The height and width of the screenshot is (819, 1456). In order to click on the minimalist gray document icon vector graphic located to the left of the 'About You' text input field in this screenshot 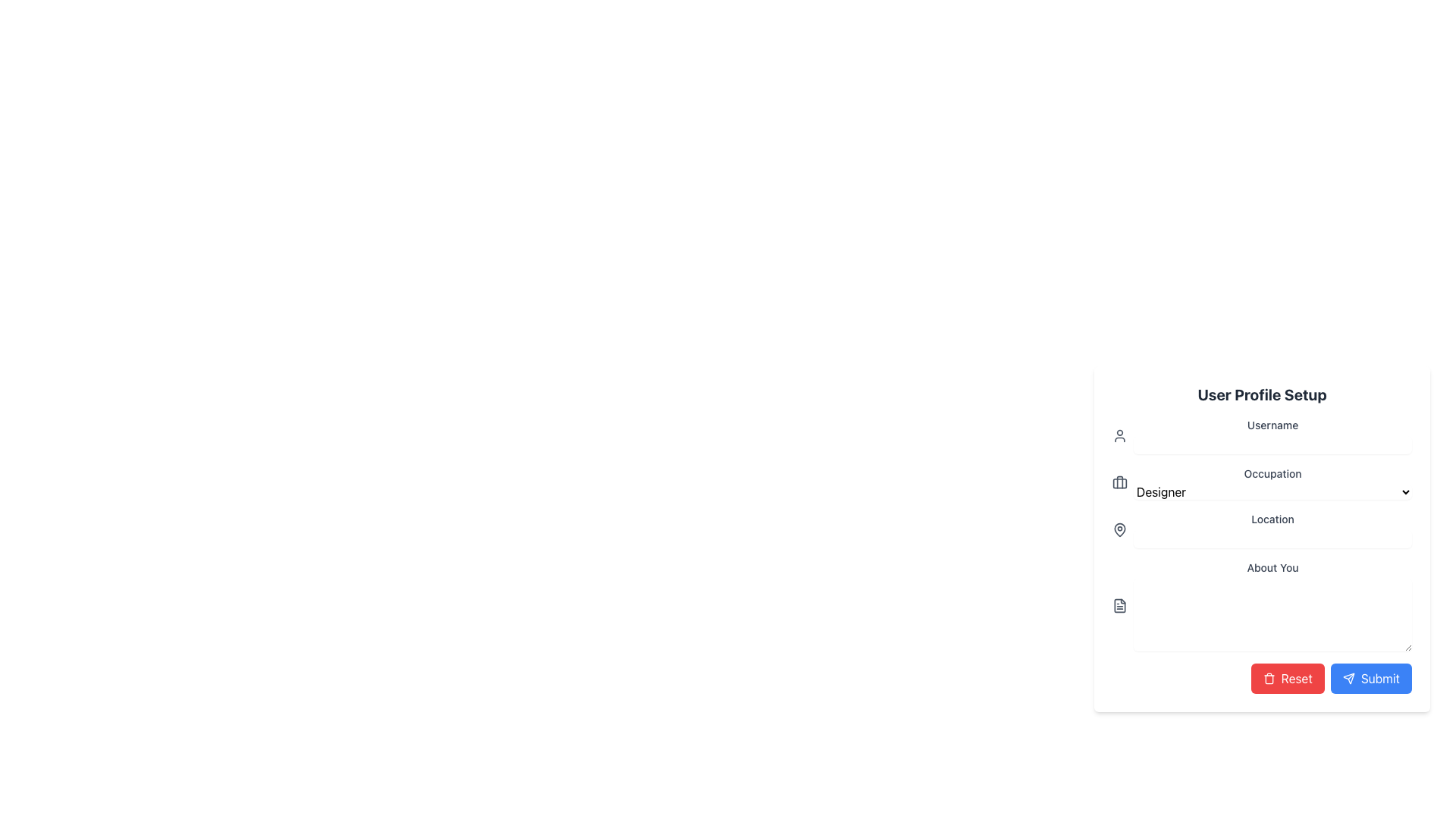, I will do `click(1120, 604)`.